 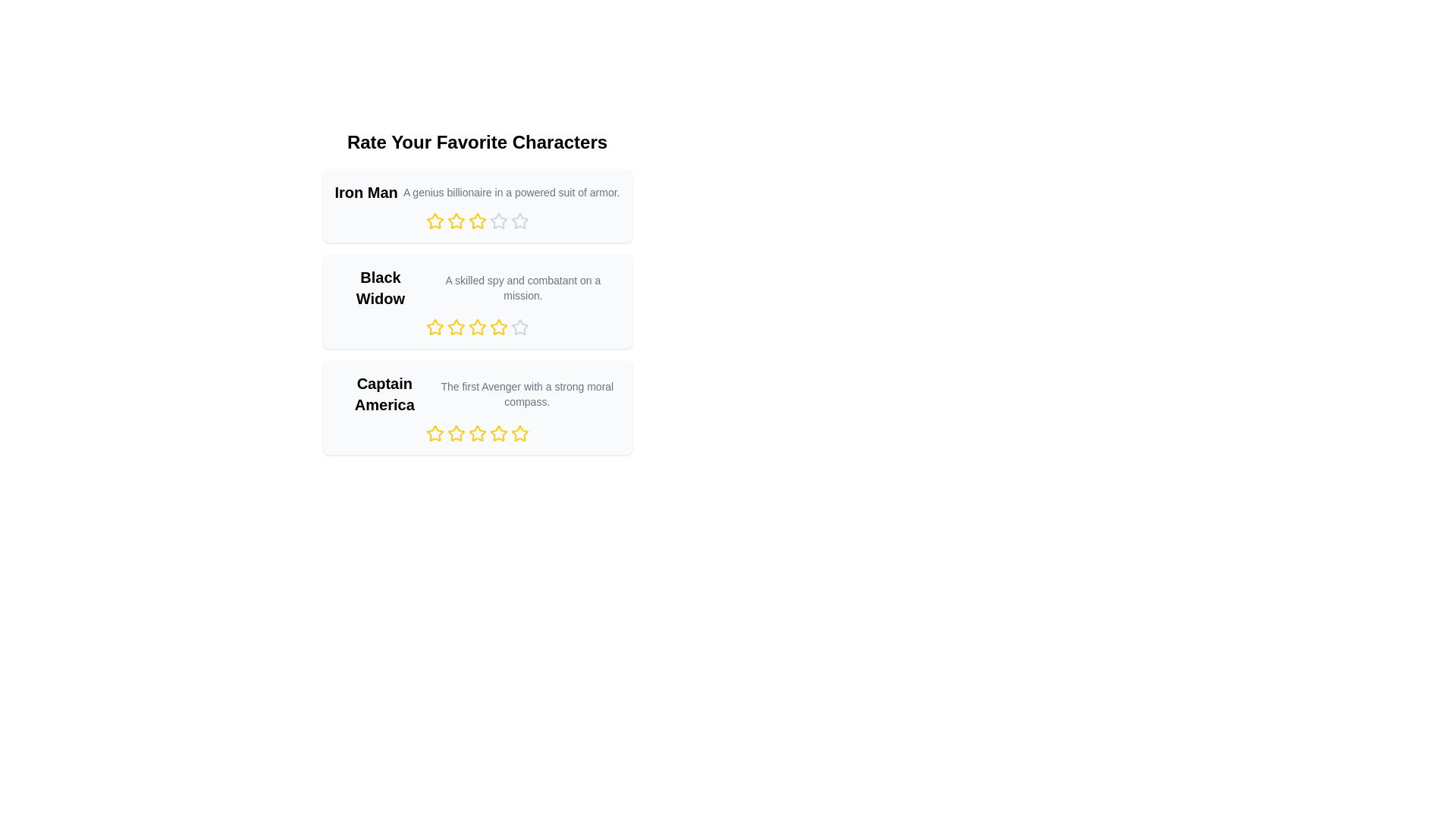 What do you see at coordinates (476, 327) in the screenshot?
I see `the fifth yellow star icon in the rating section for 'Black Widow'` at bounding box center [476, 327].